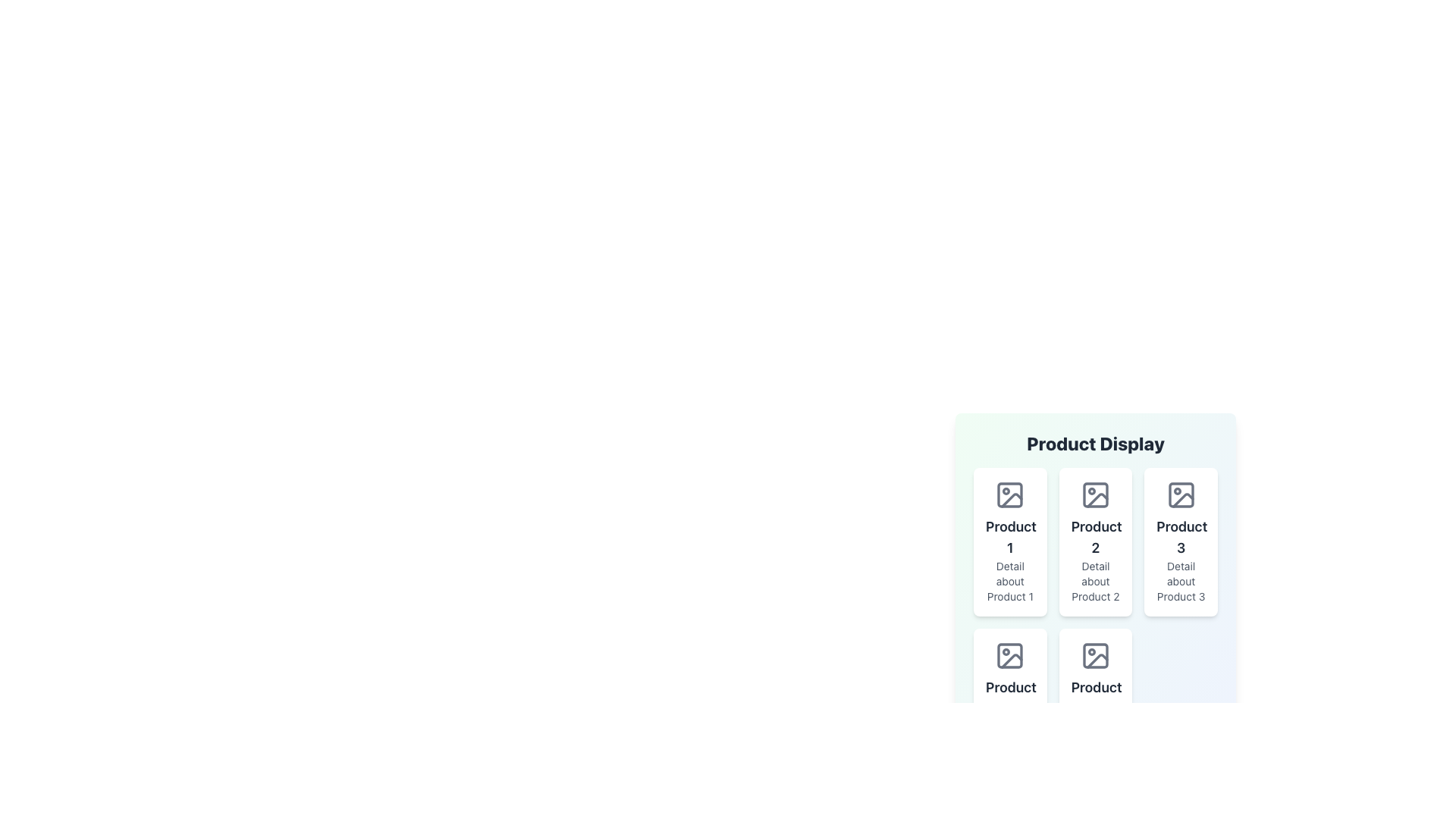  What do you see at coordinates (1095, 549) in the screenshot?
I see `the product display card located in the second column of the first row under the header 'Product Display'` at bounding box center [1095, 549].